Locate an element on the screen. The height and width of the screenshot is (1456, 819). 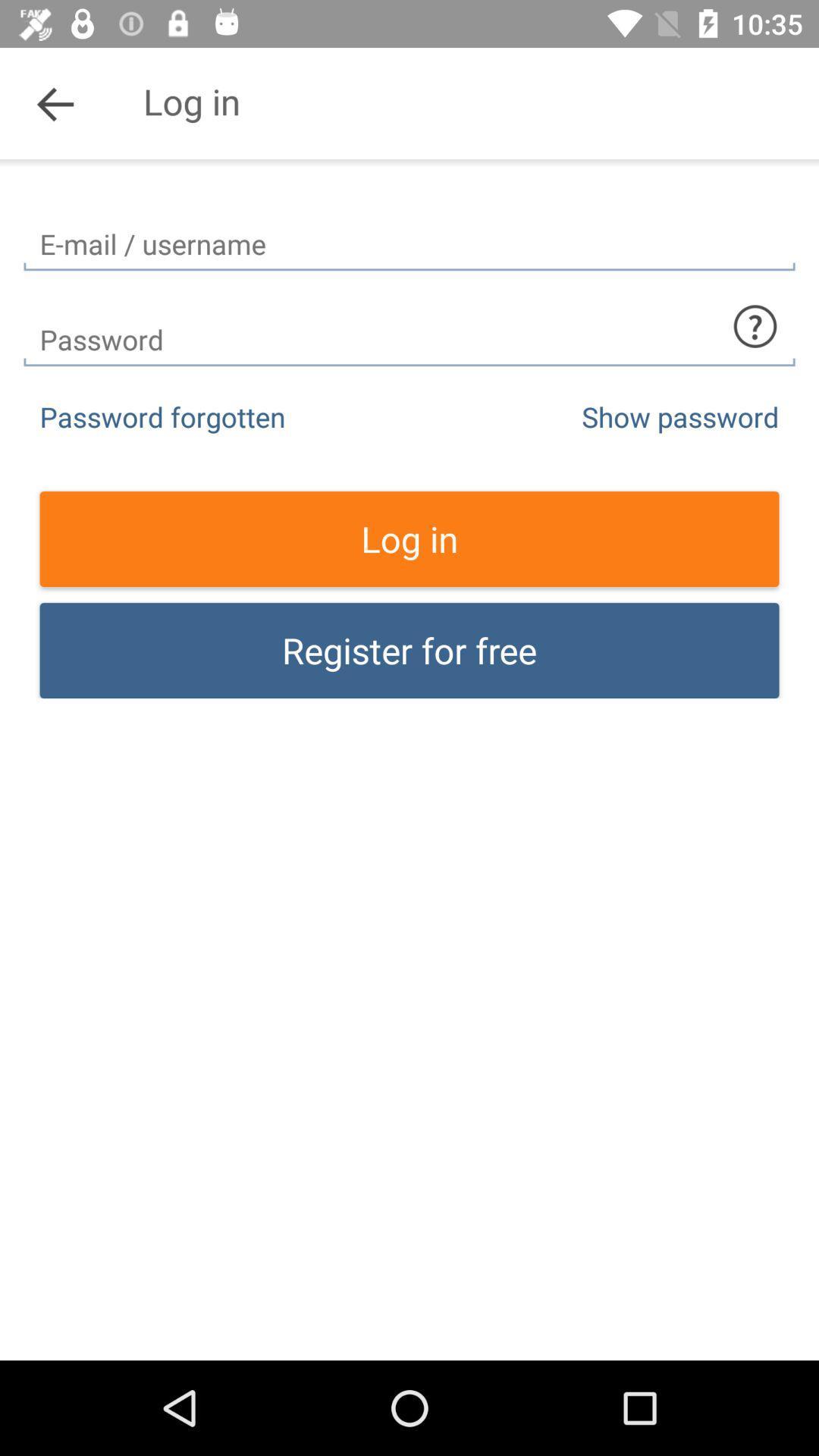
what to type in section is located at coordinates (755, 325).